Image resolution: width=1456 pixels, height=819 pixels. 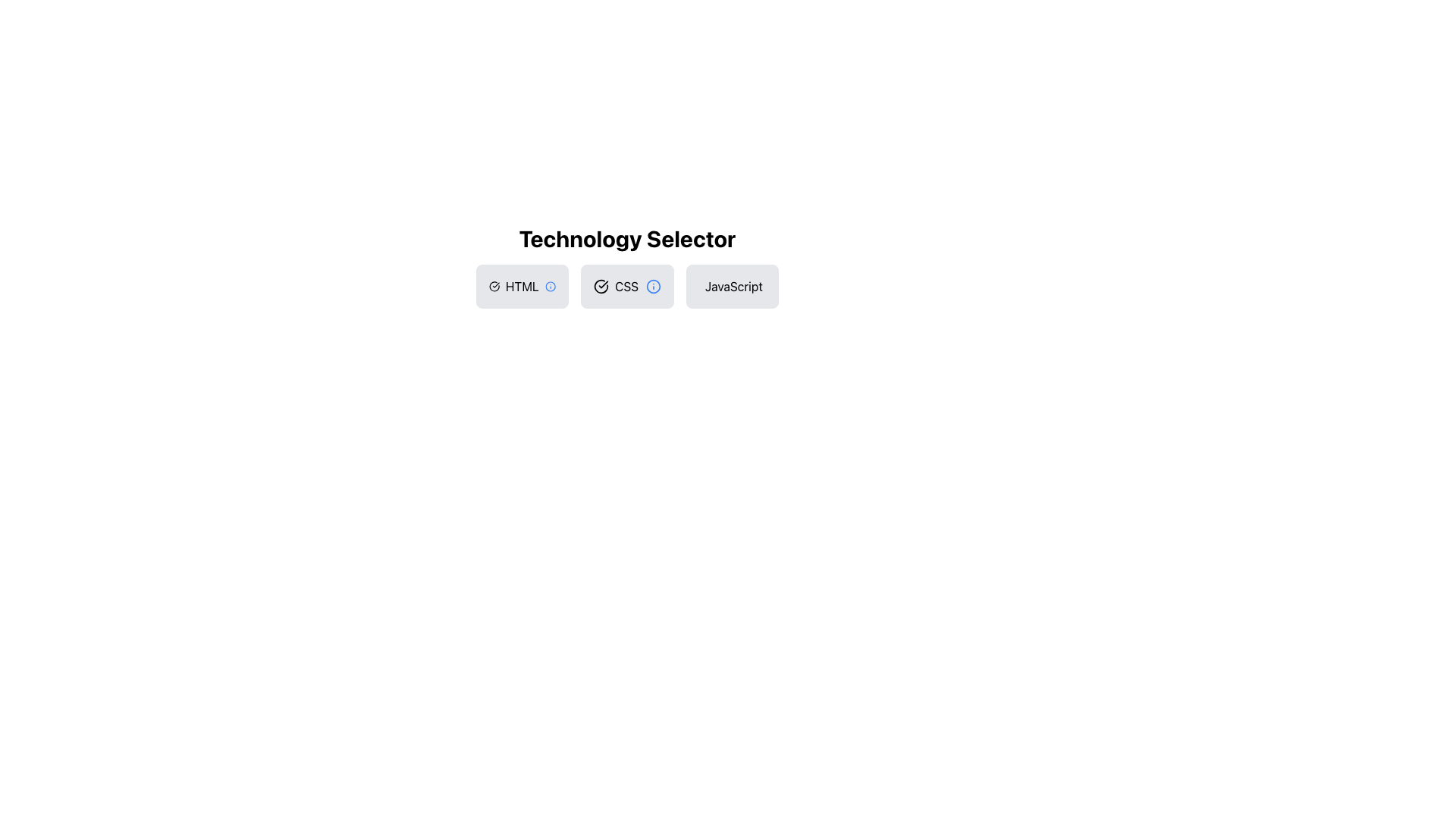 What do you see at coordinates (627, 265) in the screenshot?
I see `the second button in the 'Technology Selector' interface` at bounding box center [627, 265].